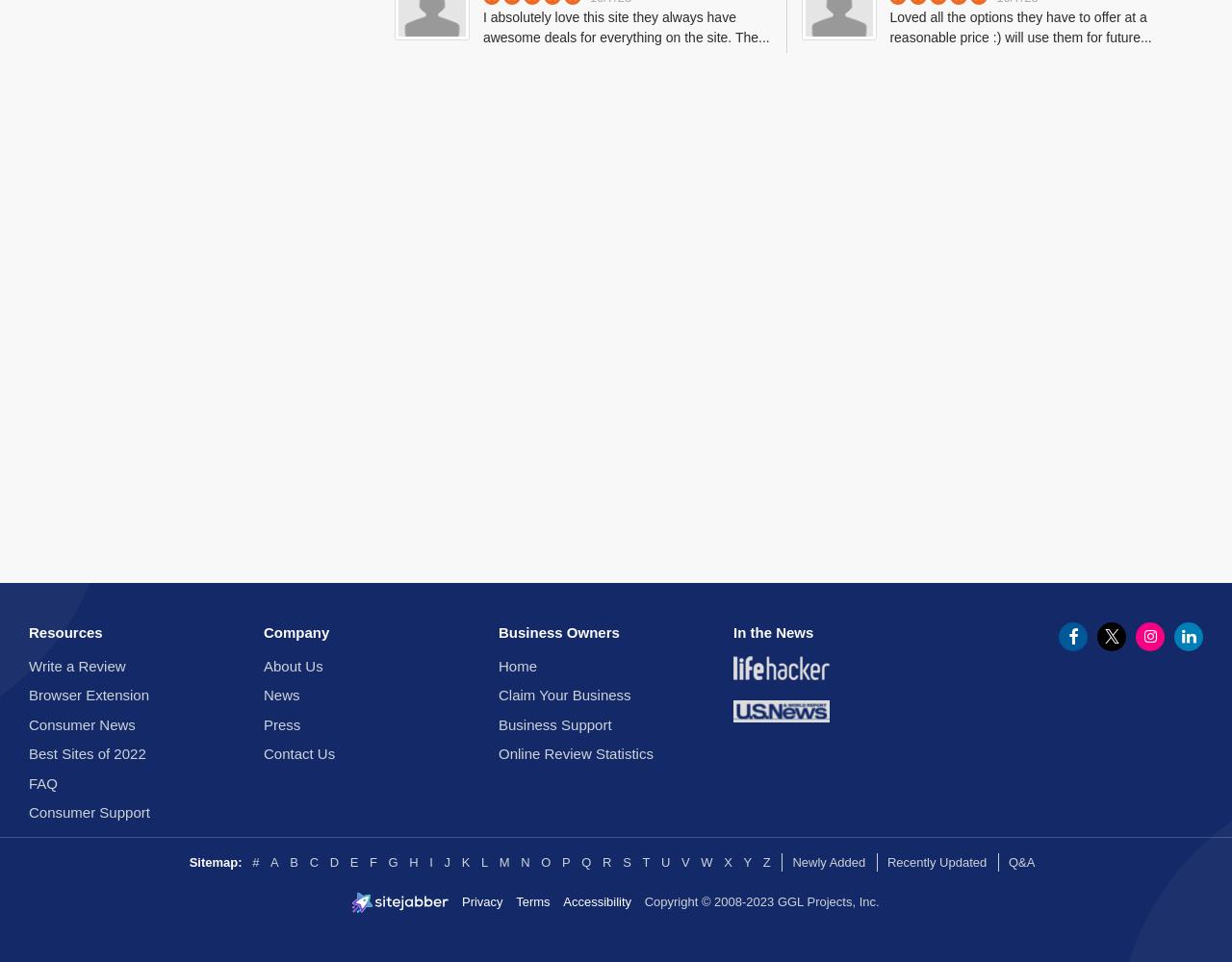 The height and width of the screenshot is (962, 1232). What do you see at coordinates (88, 811) in the screenshot?
I see `'Consumer Support'` at bounding box center [88, 811].